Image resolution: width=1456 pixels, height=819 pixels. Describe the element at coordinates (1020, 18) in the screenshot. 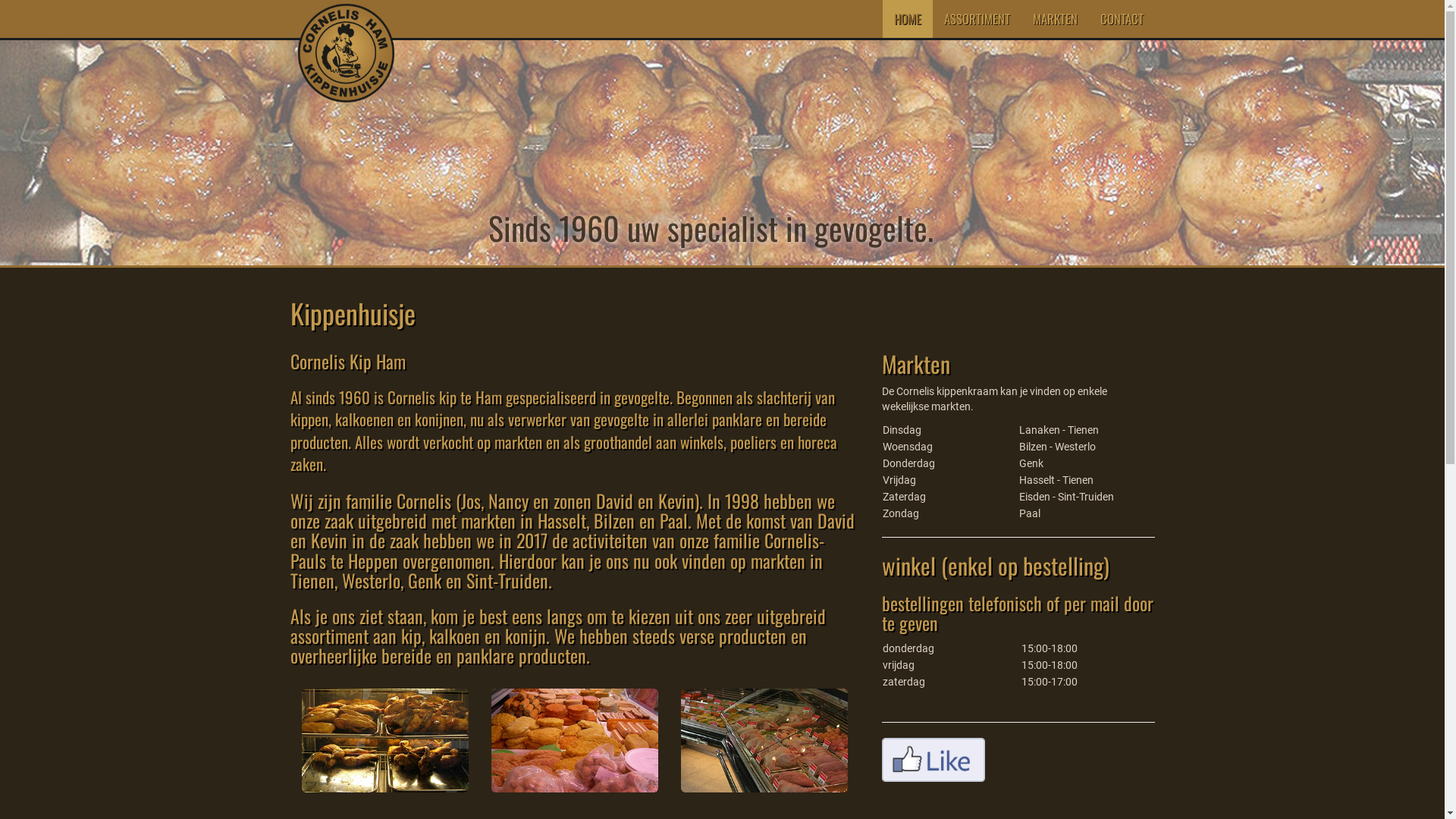

I see `'MARKTEN'` at that location.